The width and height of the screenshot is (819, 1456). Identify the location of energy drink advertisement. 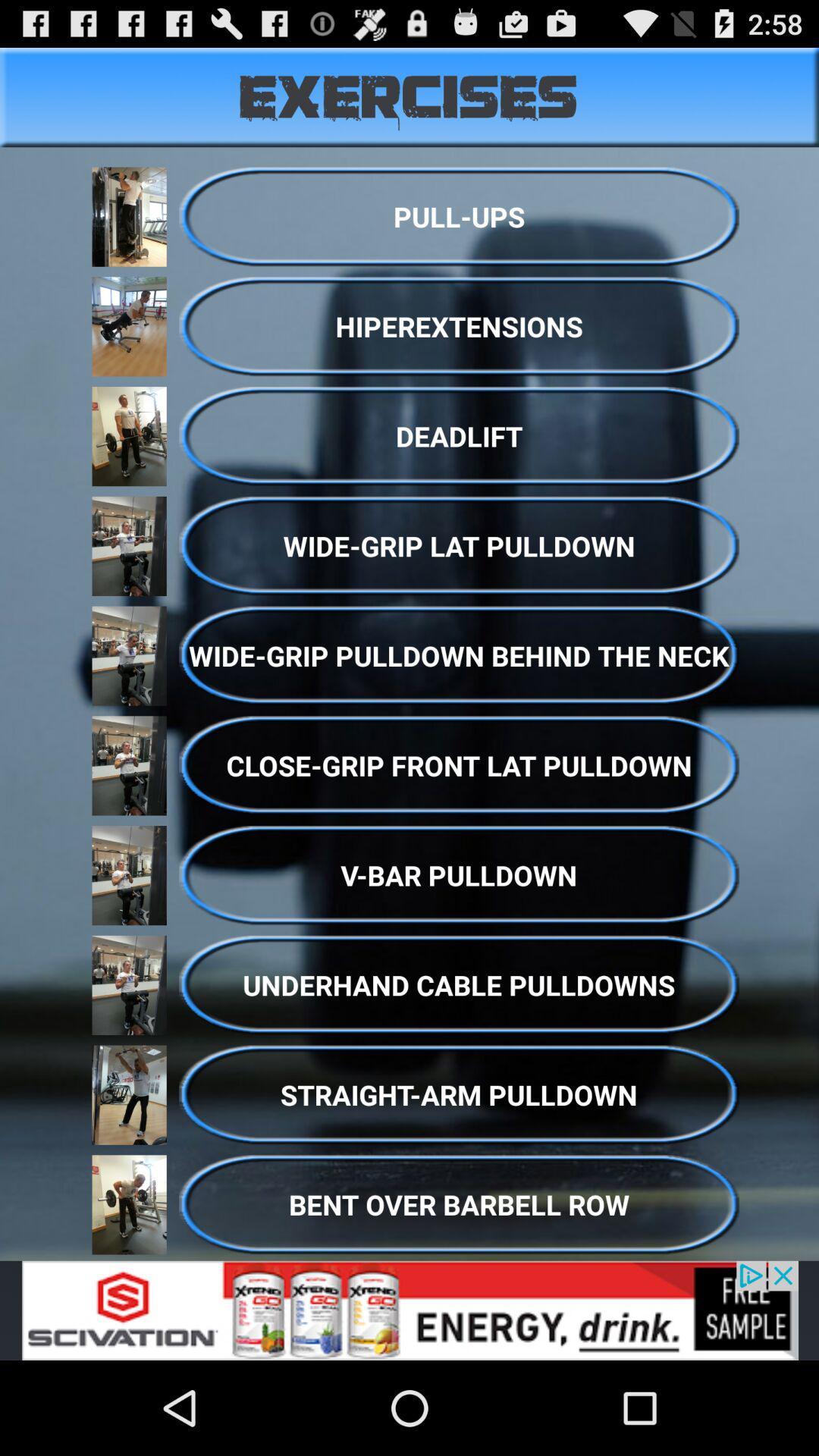
(409, 1310).